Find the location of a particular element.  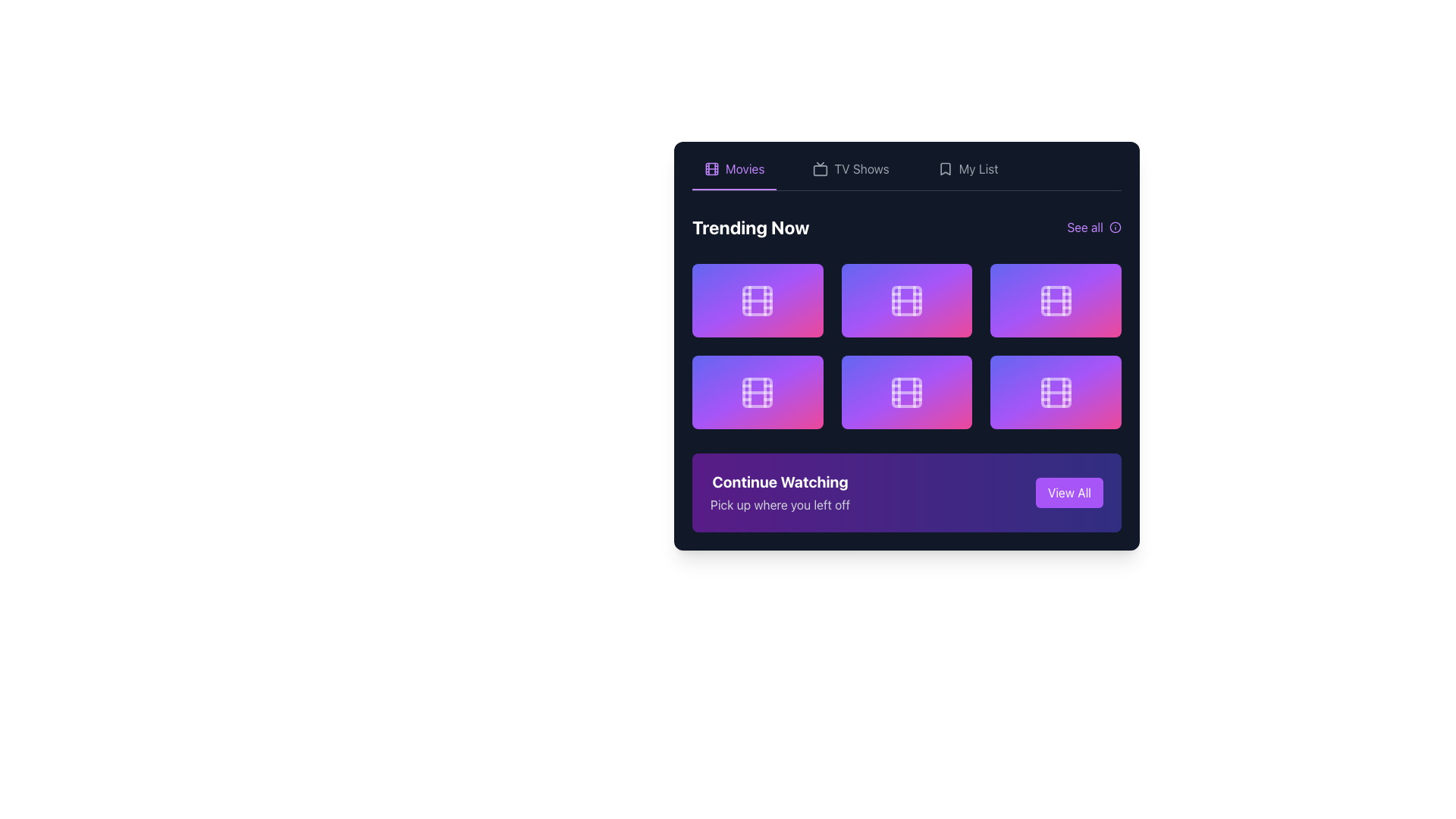

the SVG rectangle element representing part of the film reel icon in the 'Trending Now' section, located in the second row, first column is located at coordinates (758, 391).